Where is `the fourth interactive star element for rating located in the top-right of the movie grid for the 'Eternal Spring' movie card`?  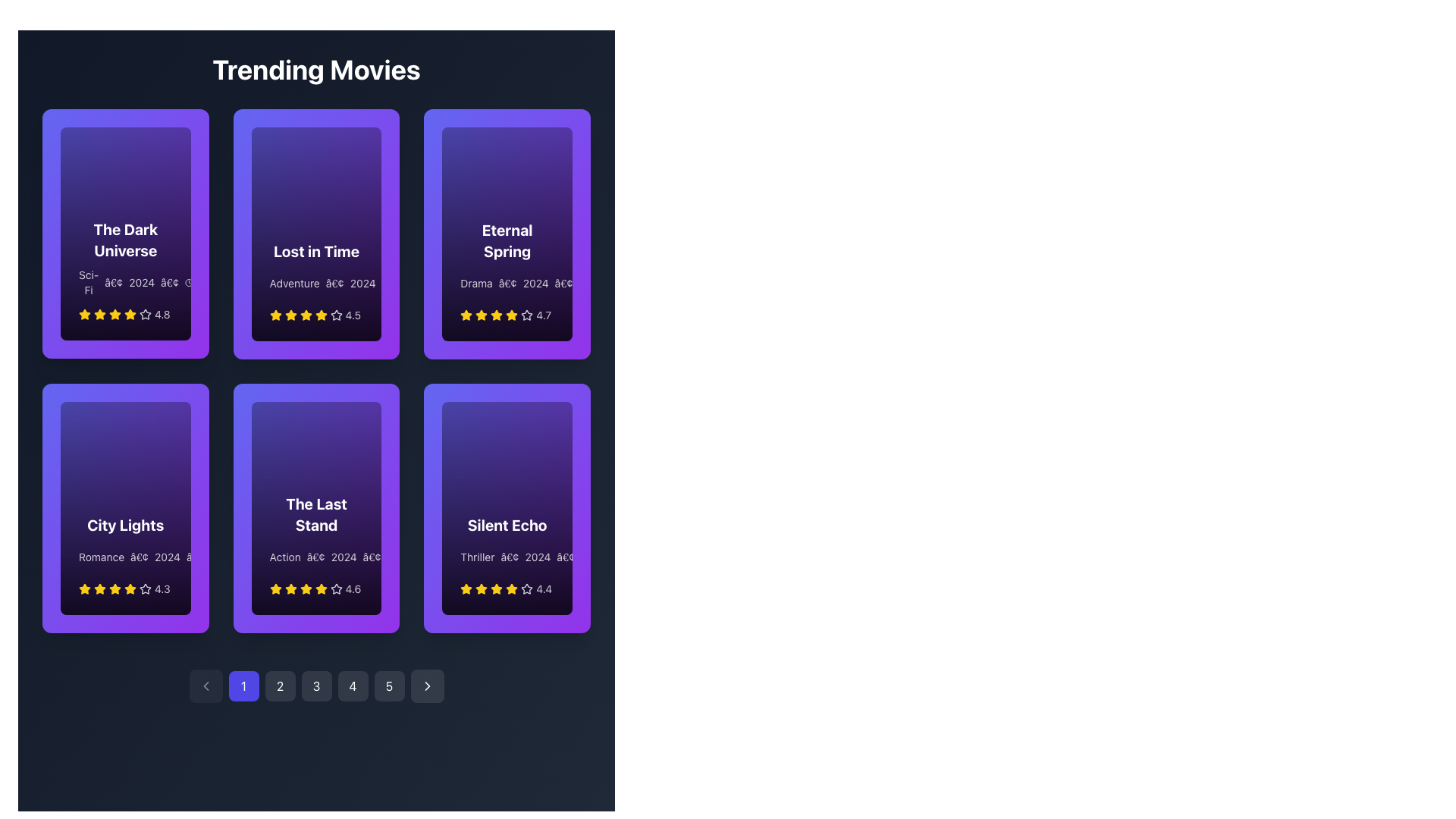
the fourth interactive star element for rating located in the top-right of the movie grid for the 'Eternal Spring' movie card is located at coordinates (512, 314).